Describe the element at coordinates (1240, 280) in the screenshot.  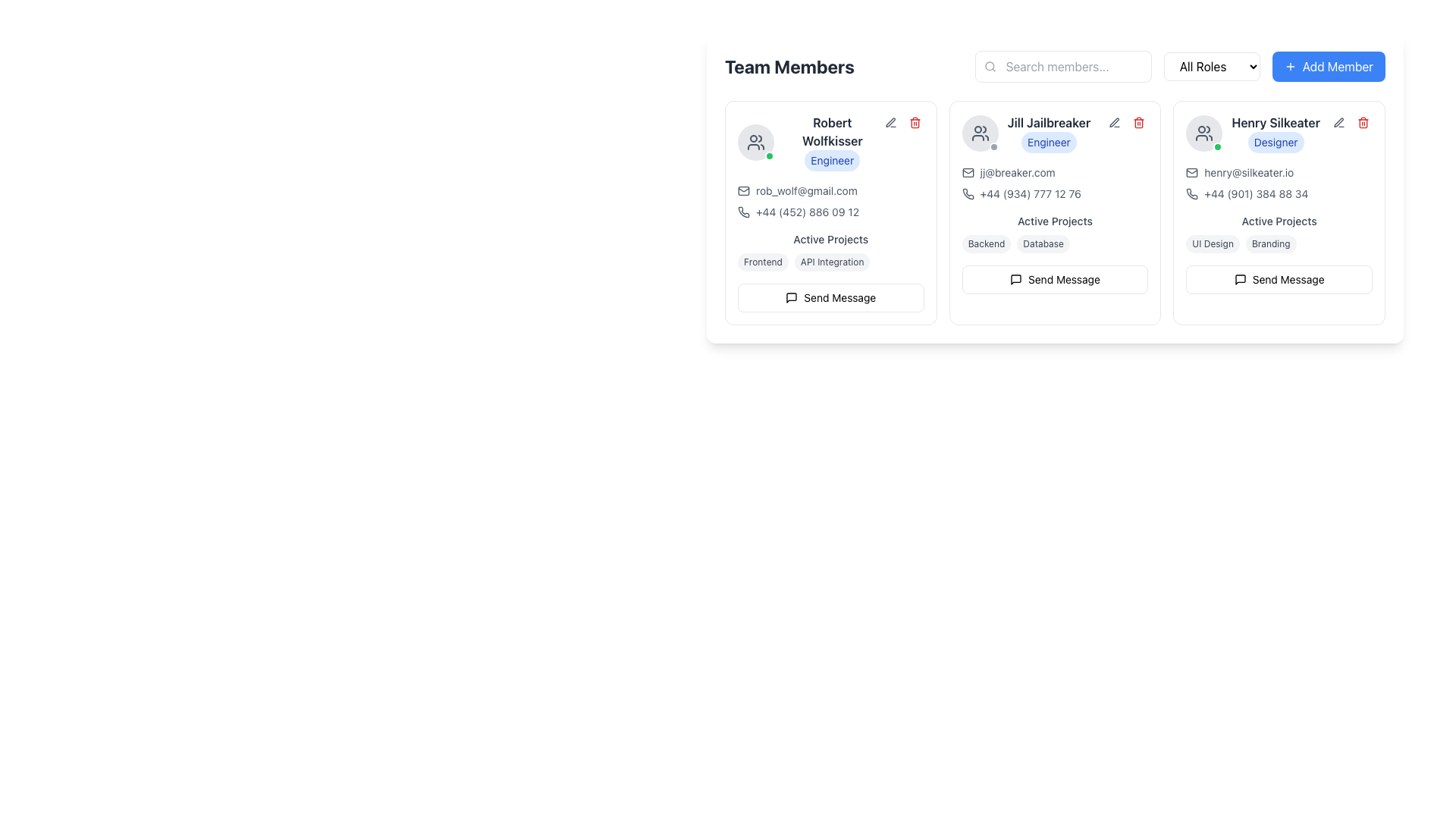
I see `the conversation bubble icon located in the profile card of 'Henry Silkeater' at the top-right corner of the card` at that location.